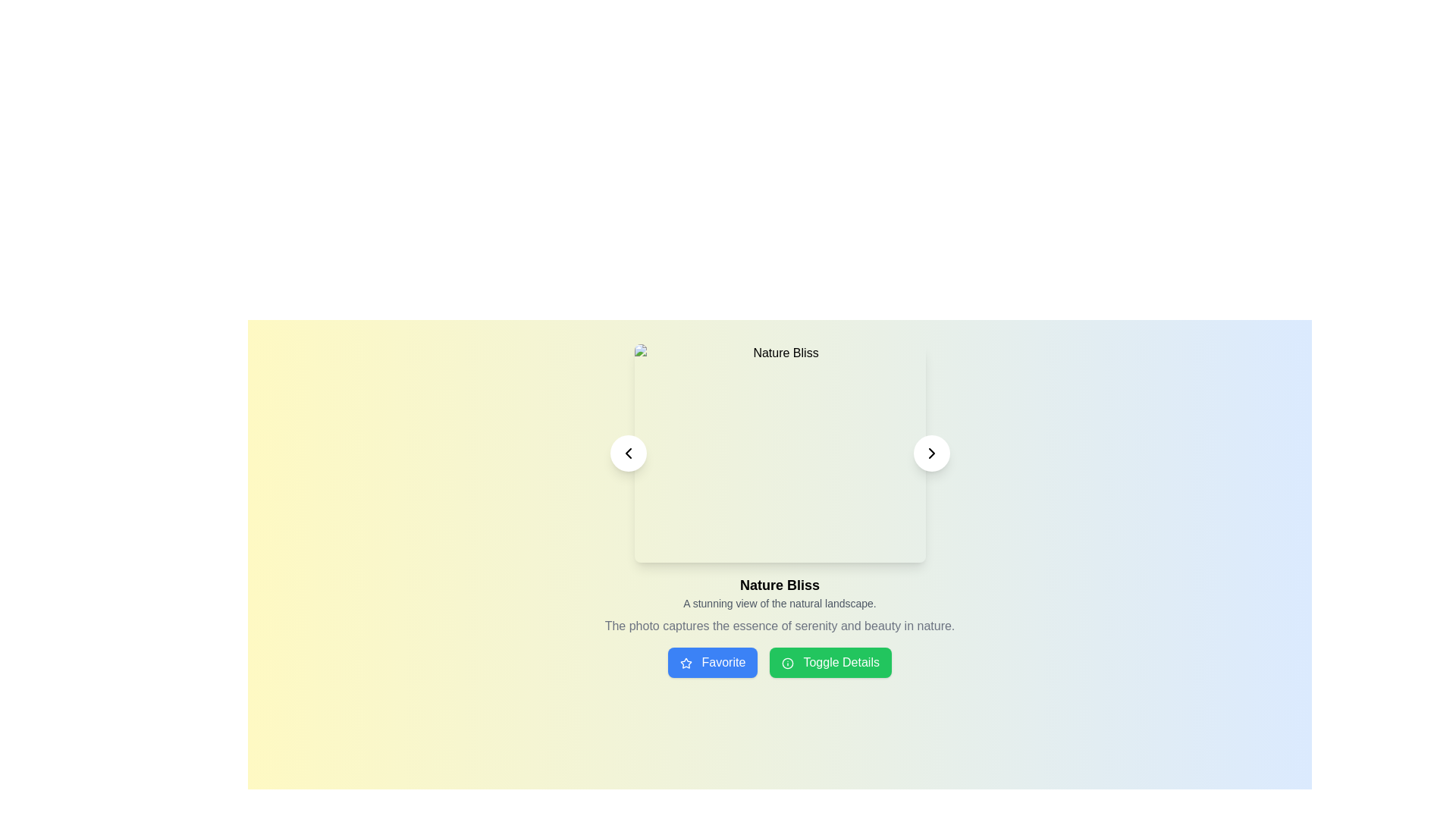 The width and height of the screenshot is (1456, 819). Describe the element at coordinates (780, 662) in the screenshot. I see `the green button labeled 'Toggle Details'` at that location.